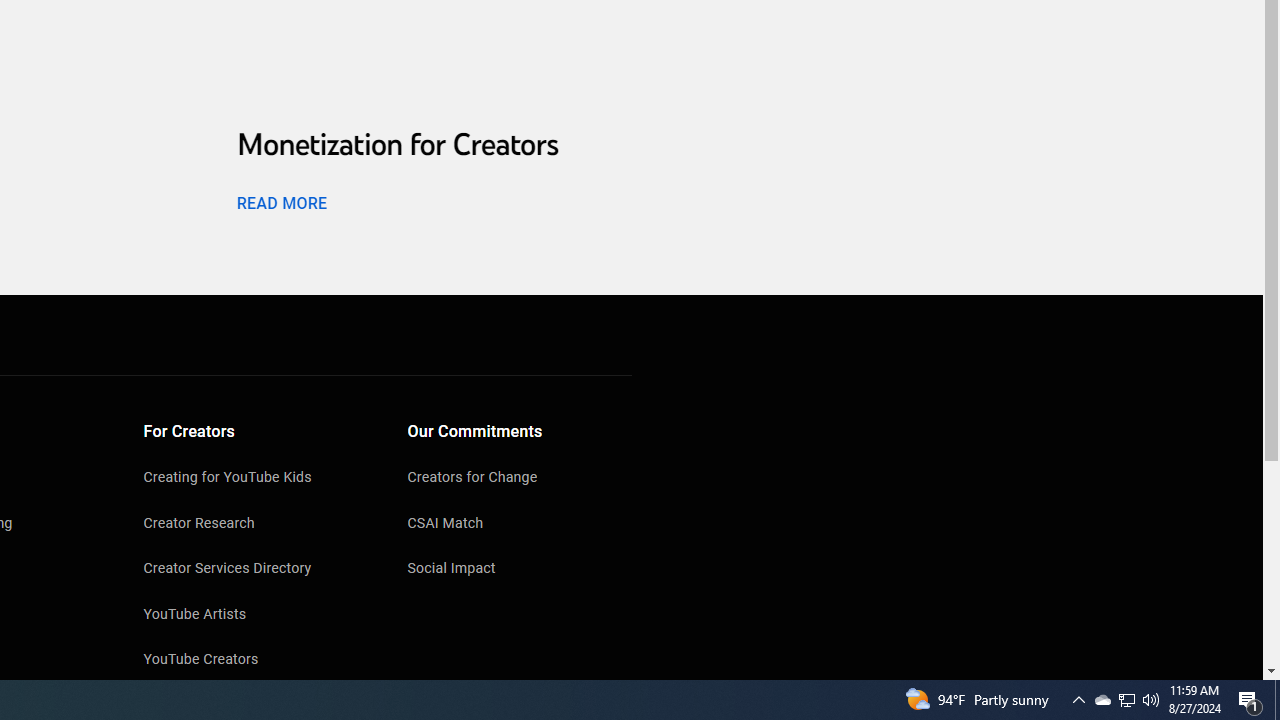  Describe the element at coordinates (519, 570) in the screenshot. I see `'Social Impact'` at that location.